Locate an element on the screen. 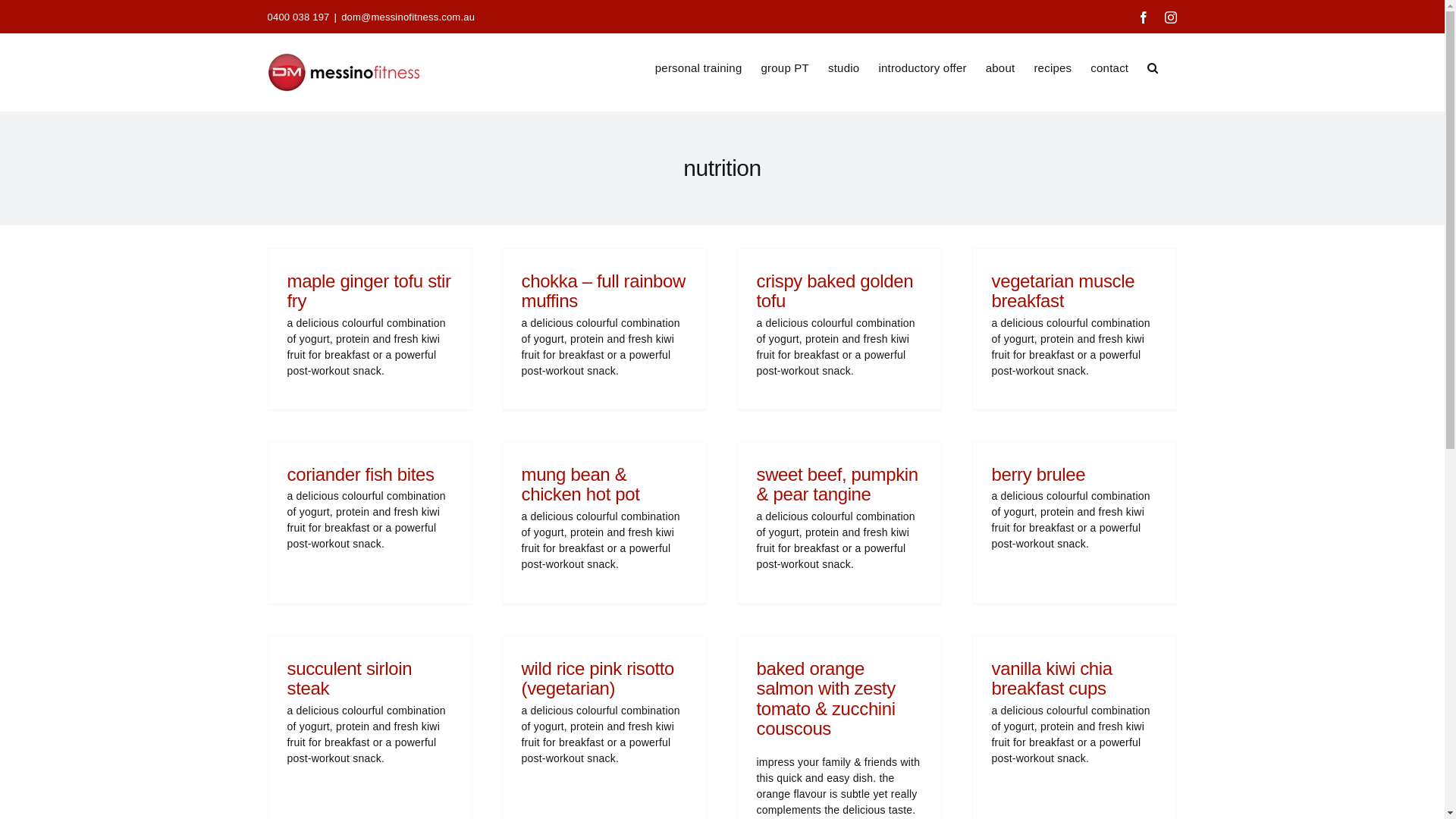 The image size is (1456, 819). 'vanilla kiwi chia breakfast cups' is located at coordinates (1051, 677).